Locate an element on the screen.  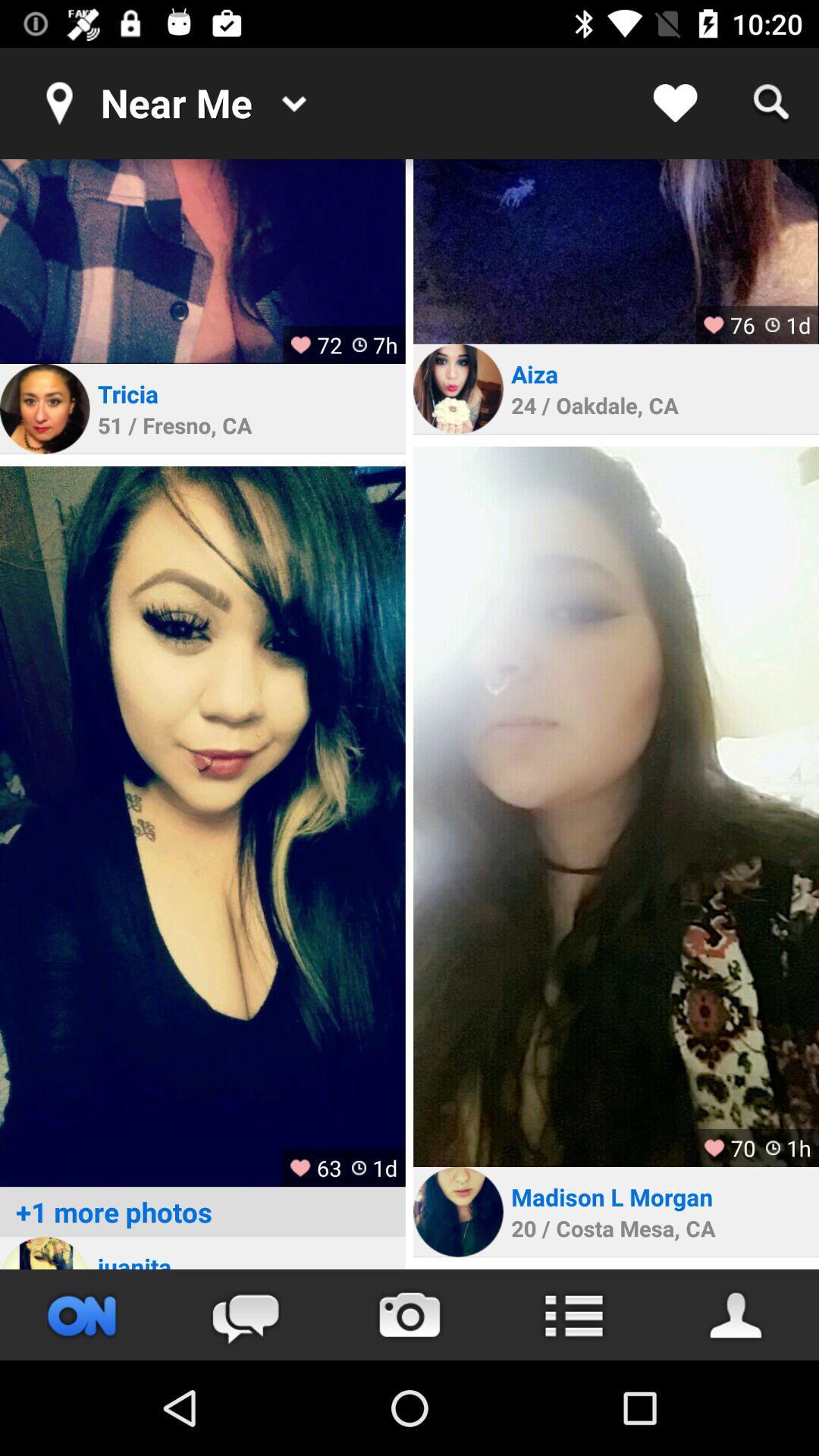
go chat is located at coordinates (245, 1314).